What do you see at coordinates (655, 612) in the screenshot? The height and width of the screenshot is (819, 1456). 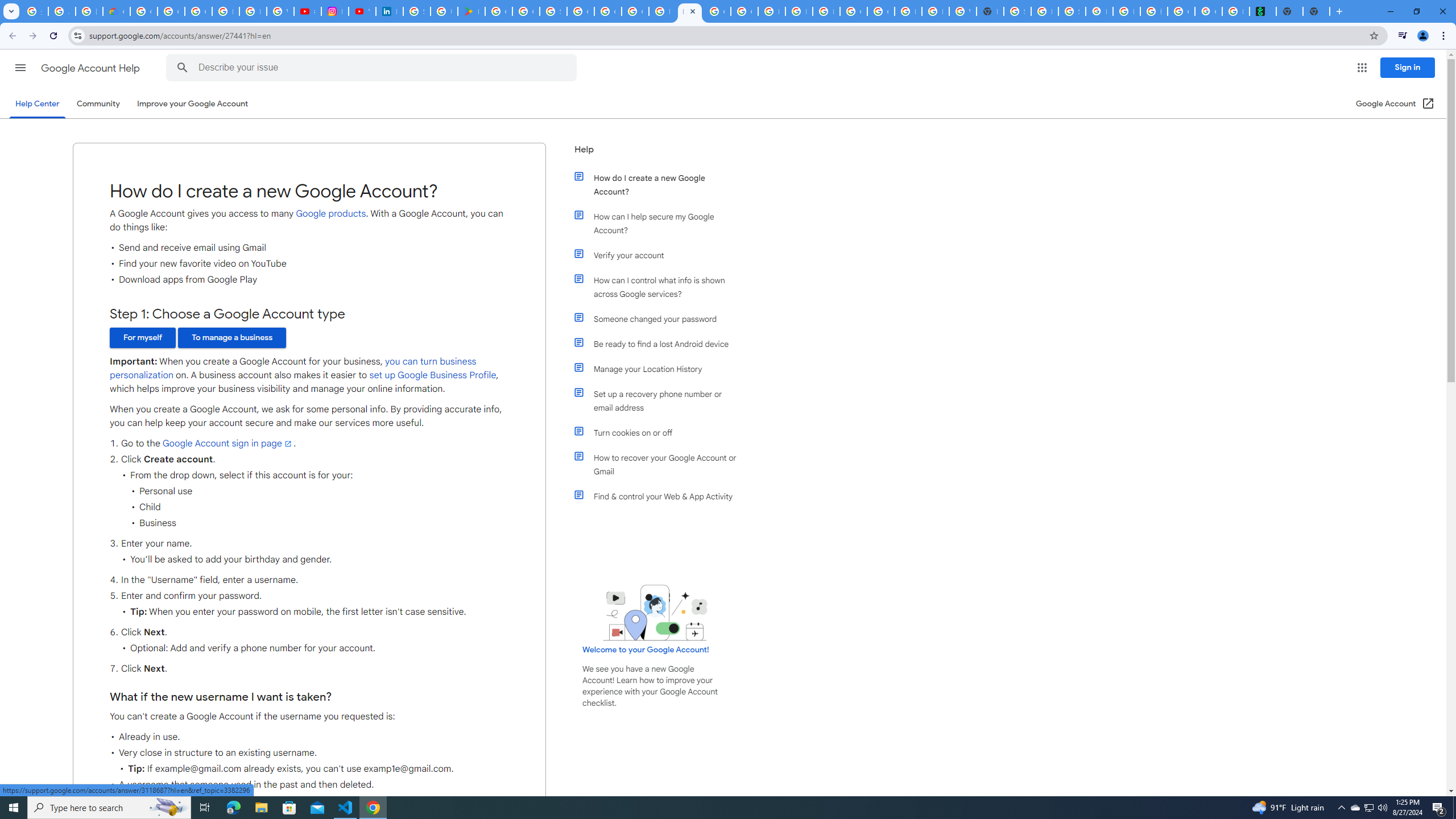 I see `'Learning Center home page image'` at bounding box center [655, 612].